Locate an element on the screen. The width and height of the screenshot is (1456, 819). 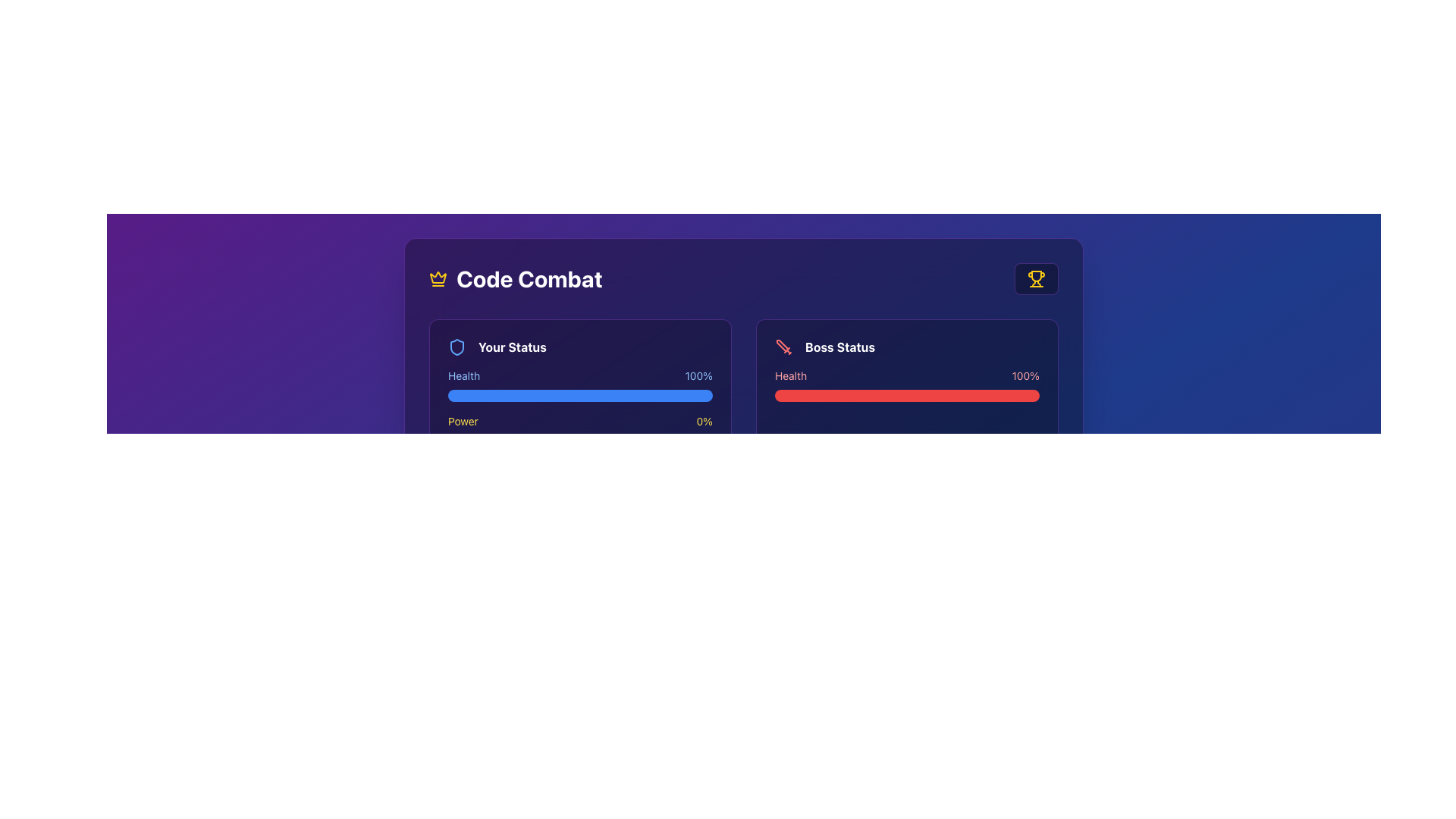
the red horizontal Progress bar labeled 'Health' with the percentage '100%' in the 'Boss Status' section is located at coordinates (907, 384).